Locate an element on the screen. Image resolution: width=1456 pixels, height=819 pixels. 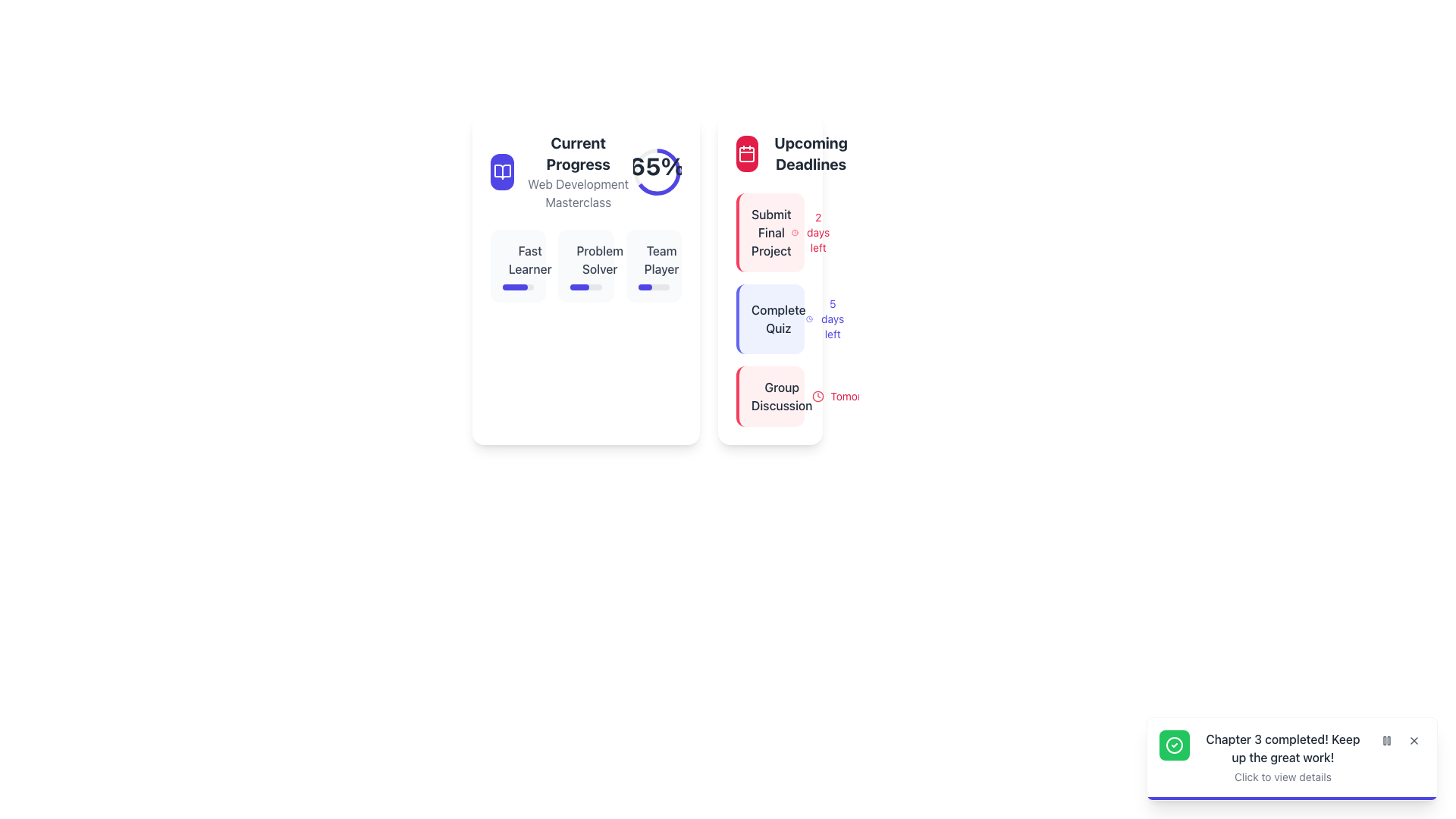
the Notification card located at the bottom-right corner of the interface is located at coordinates (1291, 759).